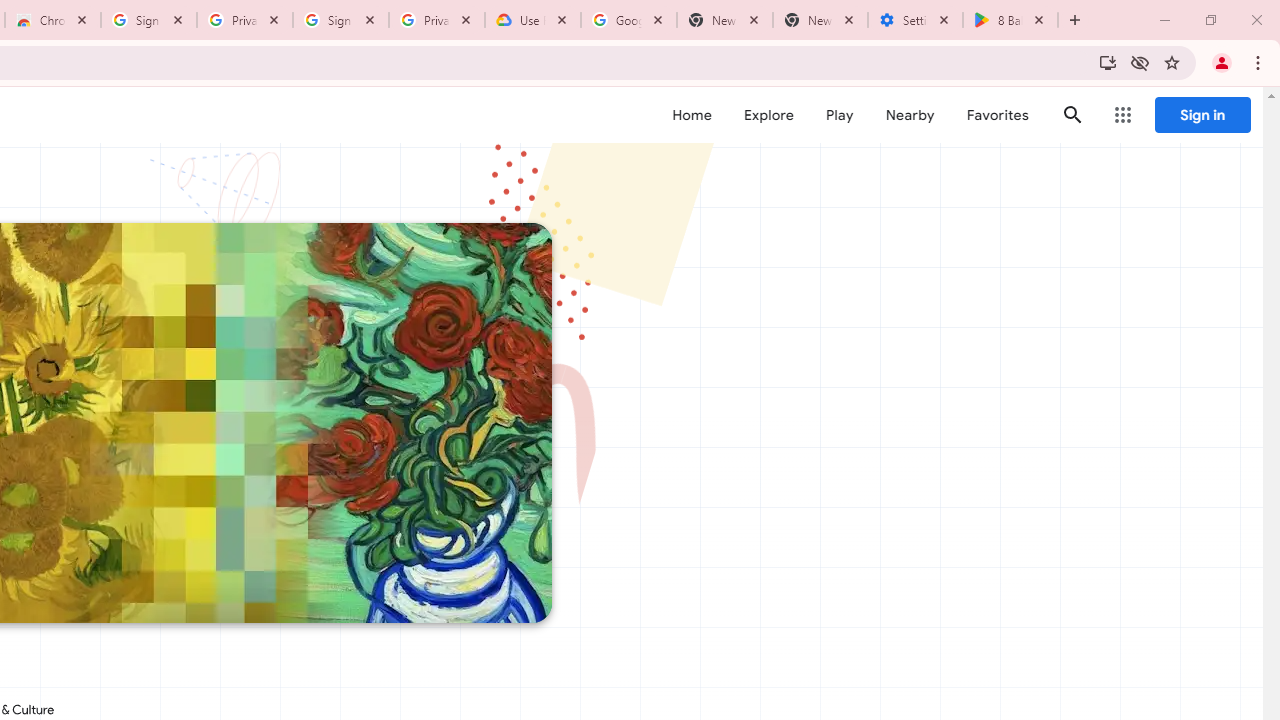  Describe the element at coordinates (914, 20) in the screenshot. I see `'Settings - System'` at that location.